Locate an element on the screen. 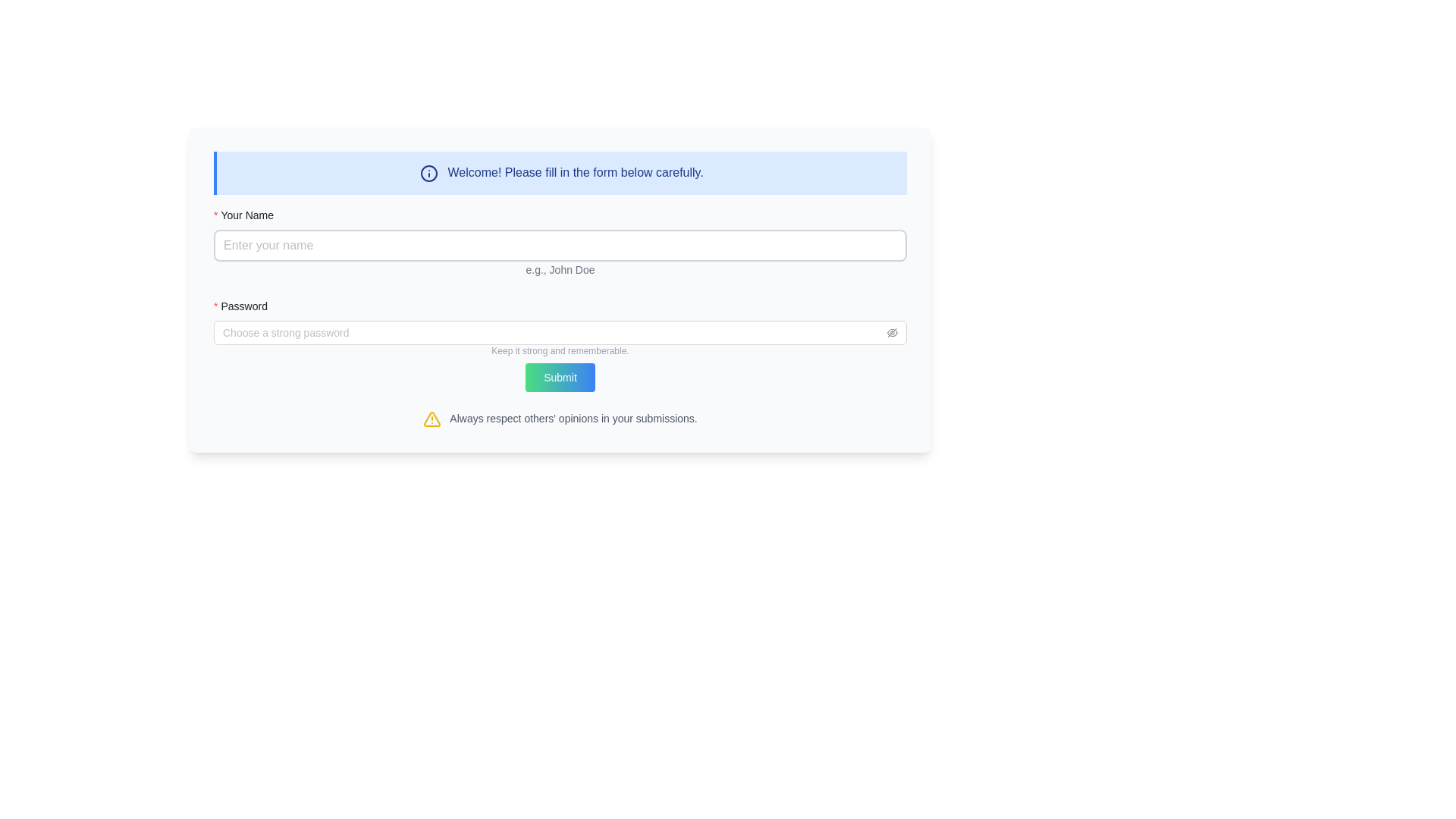  the Notification/Instructional Panel that has a light blue background, a bold left border, an 'i' icon, and the text 'Welcome! Please fill in the form below carefully.' is located at coordinates (560, 171).